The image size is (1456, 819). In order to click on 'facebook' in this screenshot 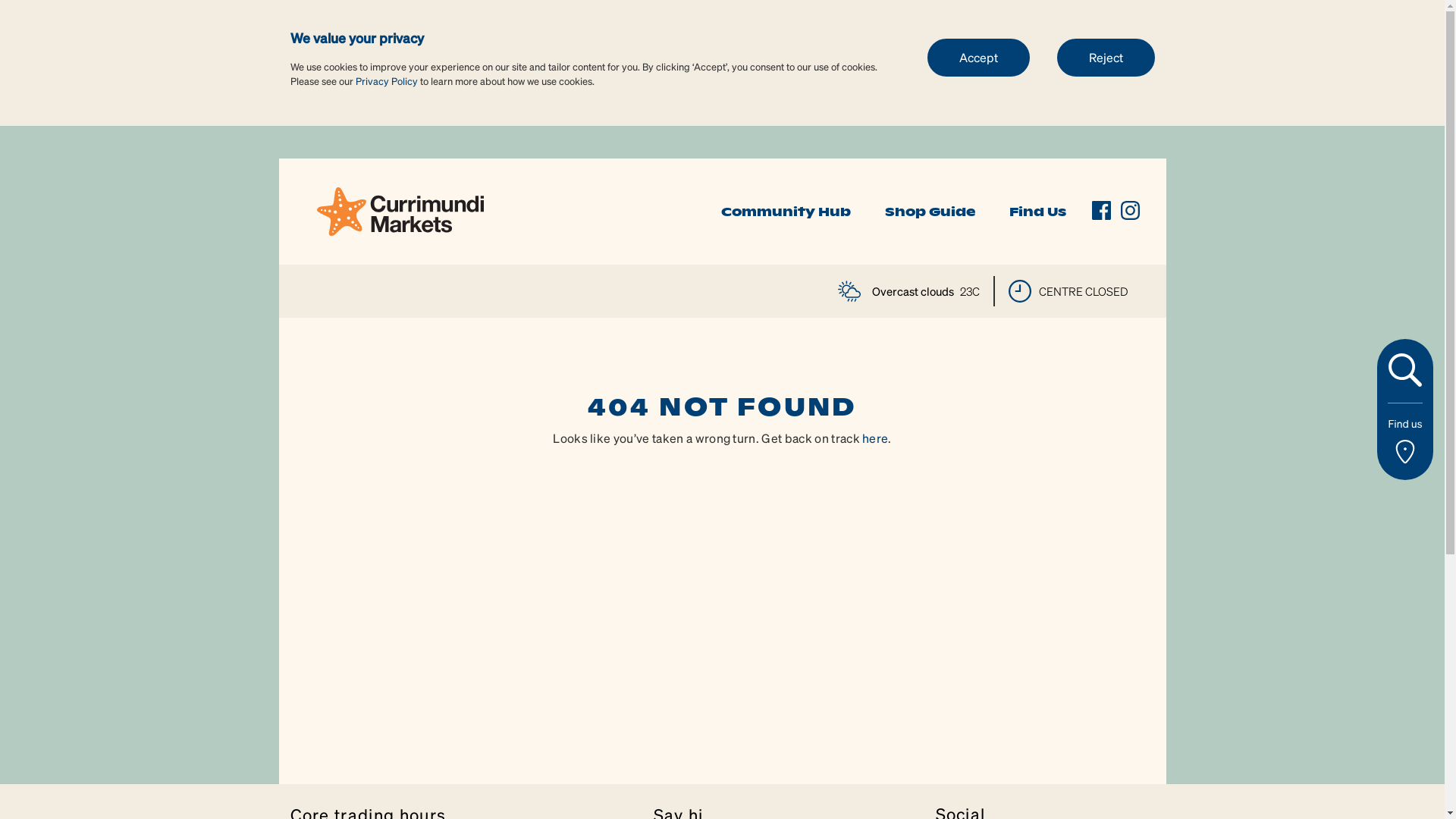, I will do `click(1101, 210)`.